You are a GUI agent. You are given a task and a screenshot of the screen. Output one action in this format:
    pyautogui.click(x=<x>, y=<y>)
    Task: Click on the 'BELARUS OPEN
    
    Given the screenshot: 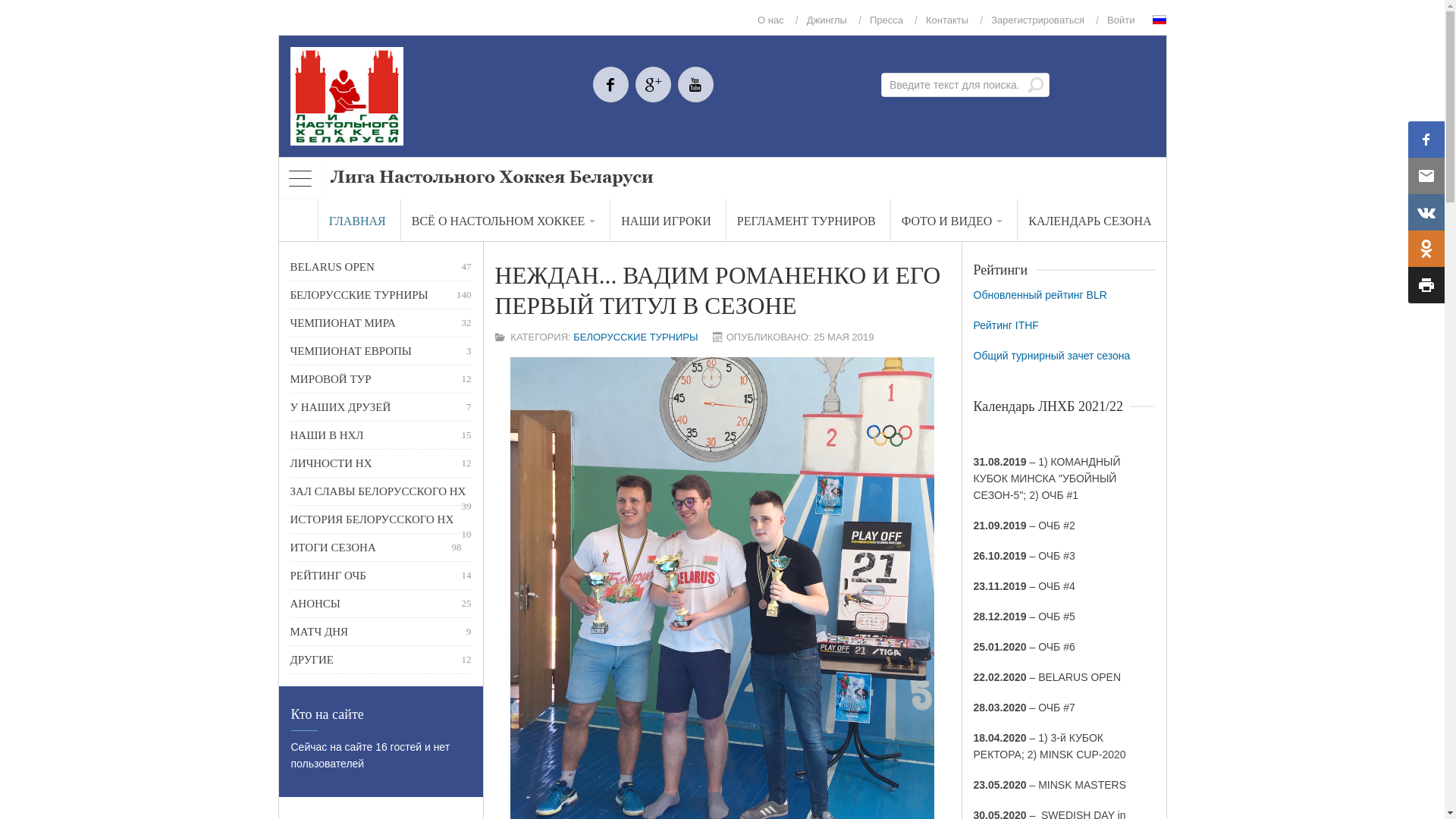 What is the action you would take?
    pyautogui.click(x=380, y=265)
    